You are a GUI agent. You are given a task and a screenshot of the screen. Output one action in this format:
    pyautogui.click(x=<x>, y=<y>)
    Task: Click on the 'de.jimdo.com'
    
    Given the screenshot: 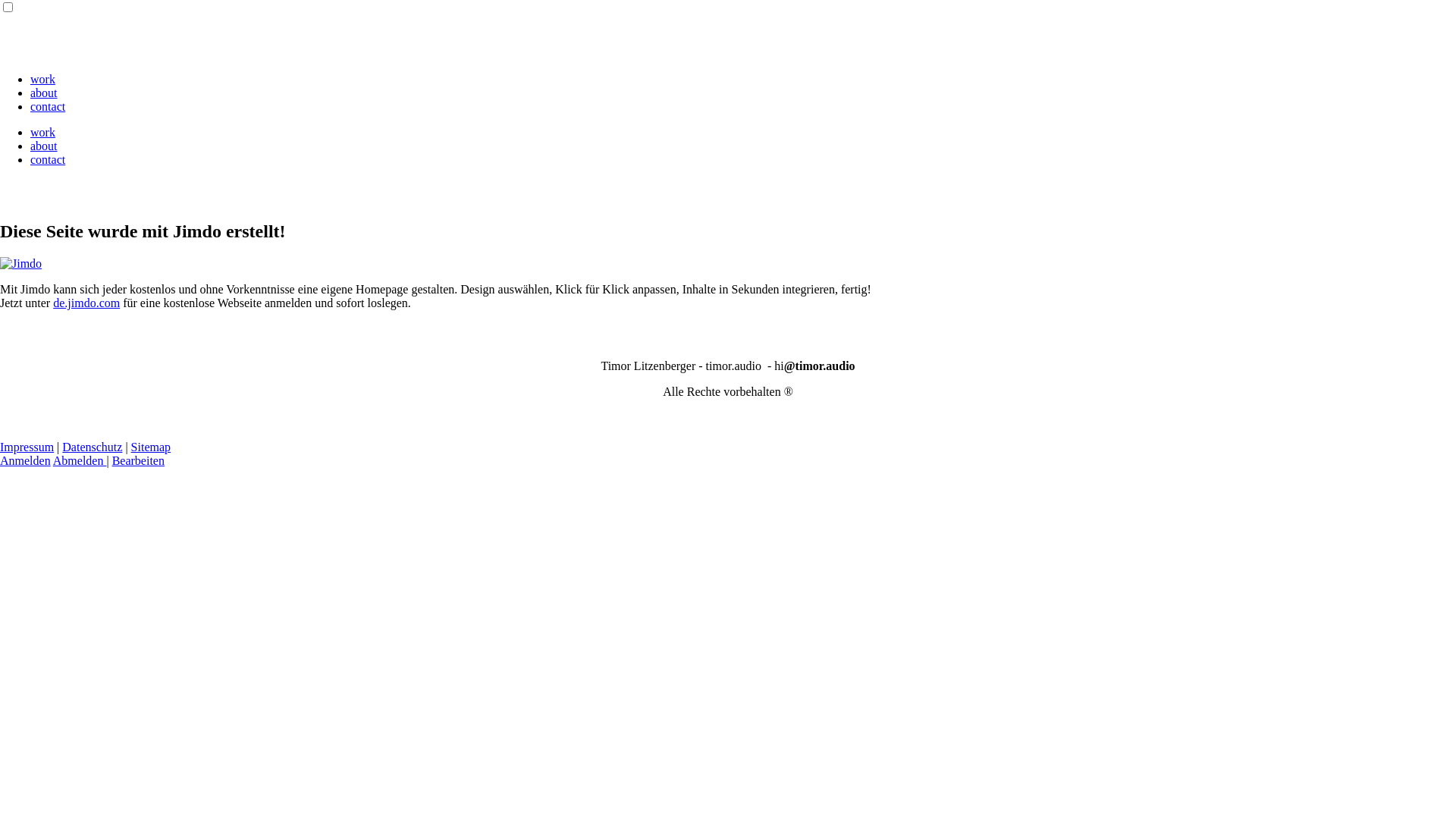 What is the action you would take?
    pyautogui.click(x=86, y=303)
    